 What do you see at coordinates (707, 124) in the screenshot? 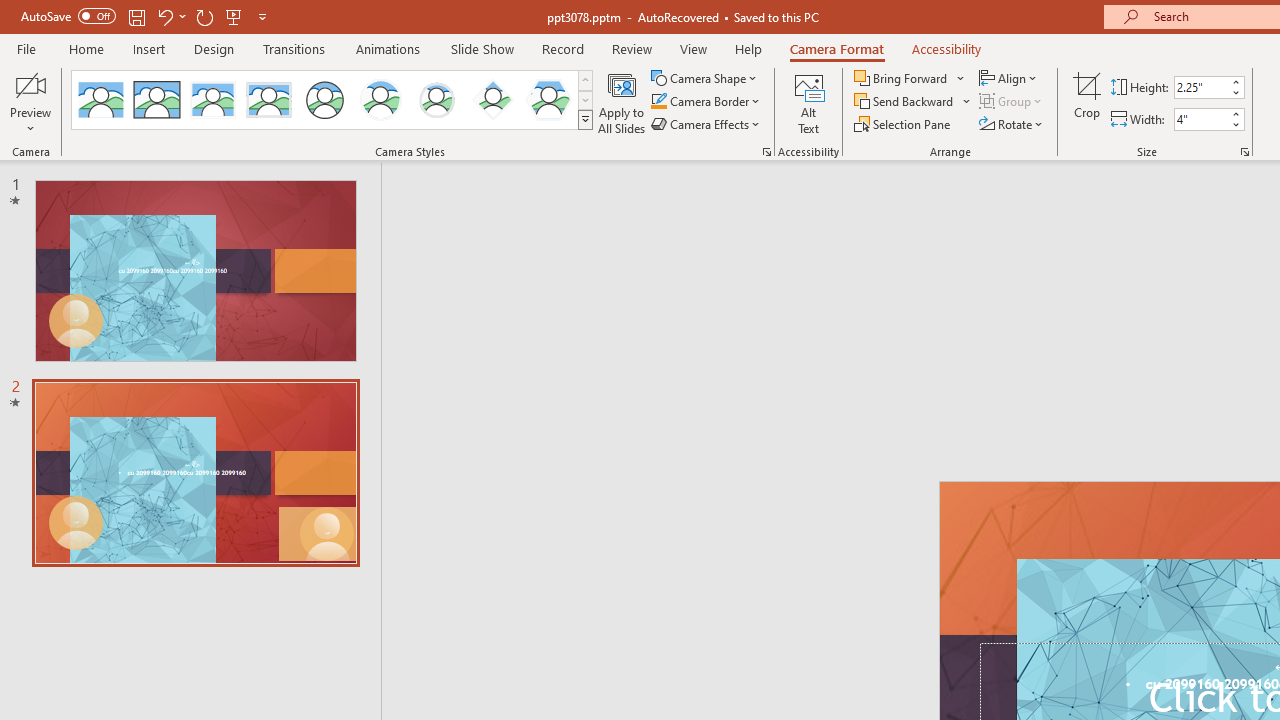
I see `'Camera Effects'` at bounding box center [707, 124].